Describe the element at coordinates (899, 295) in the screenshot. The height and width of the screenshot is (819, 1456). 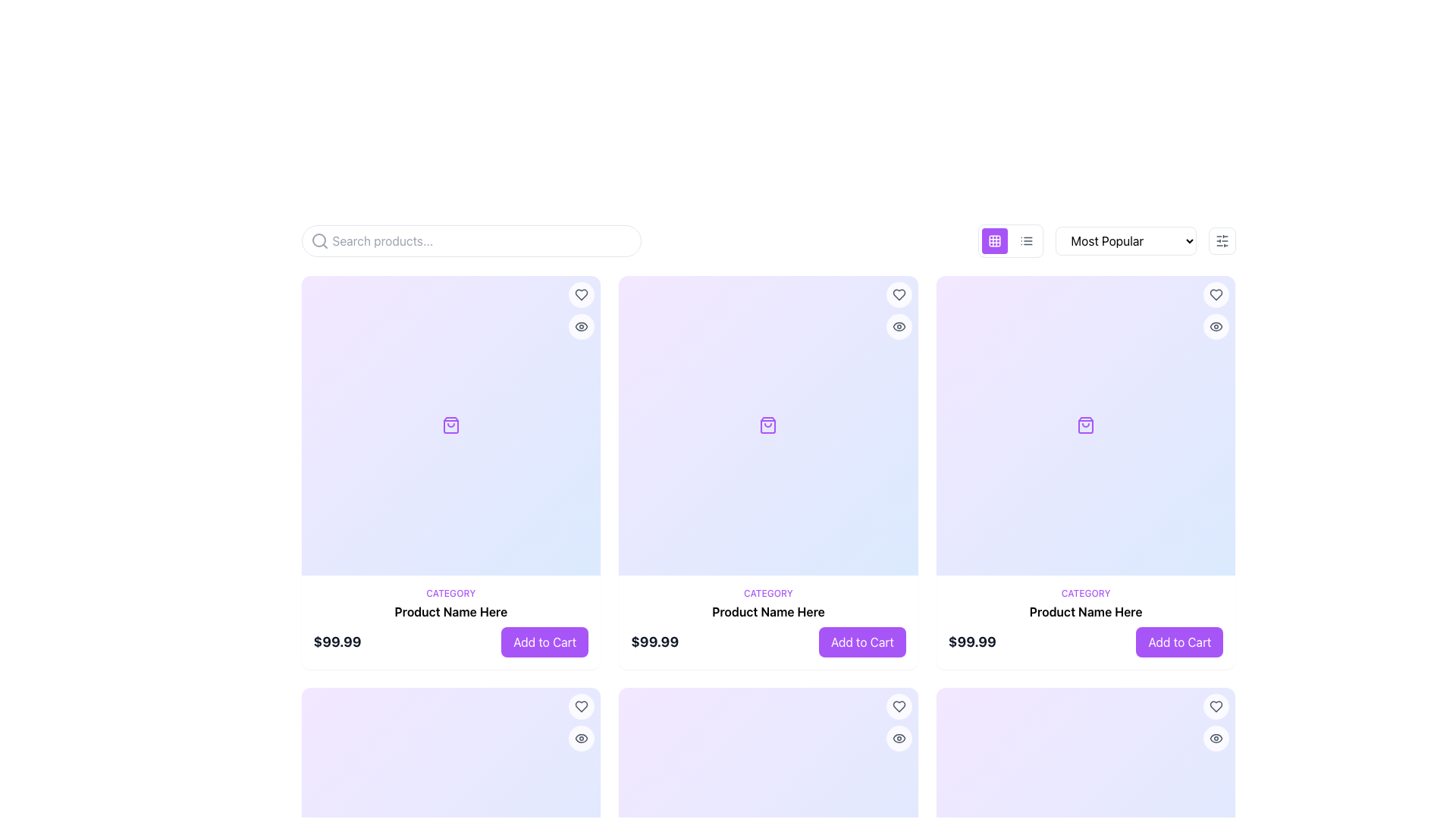
I see `the like icon located within a small circular button at the top-right corner of the second product card in the second row` at that location.